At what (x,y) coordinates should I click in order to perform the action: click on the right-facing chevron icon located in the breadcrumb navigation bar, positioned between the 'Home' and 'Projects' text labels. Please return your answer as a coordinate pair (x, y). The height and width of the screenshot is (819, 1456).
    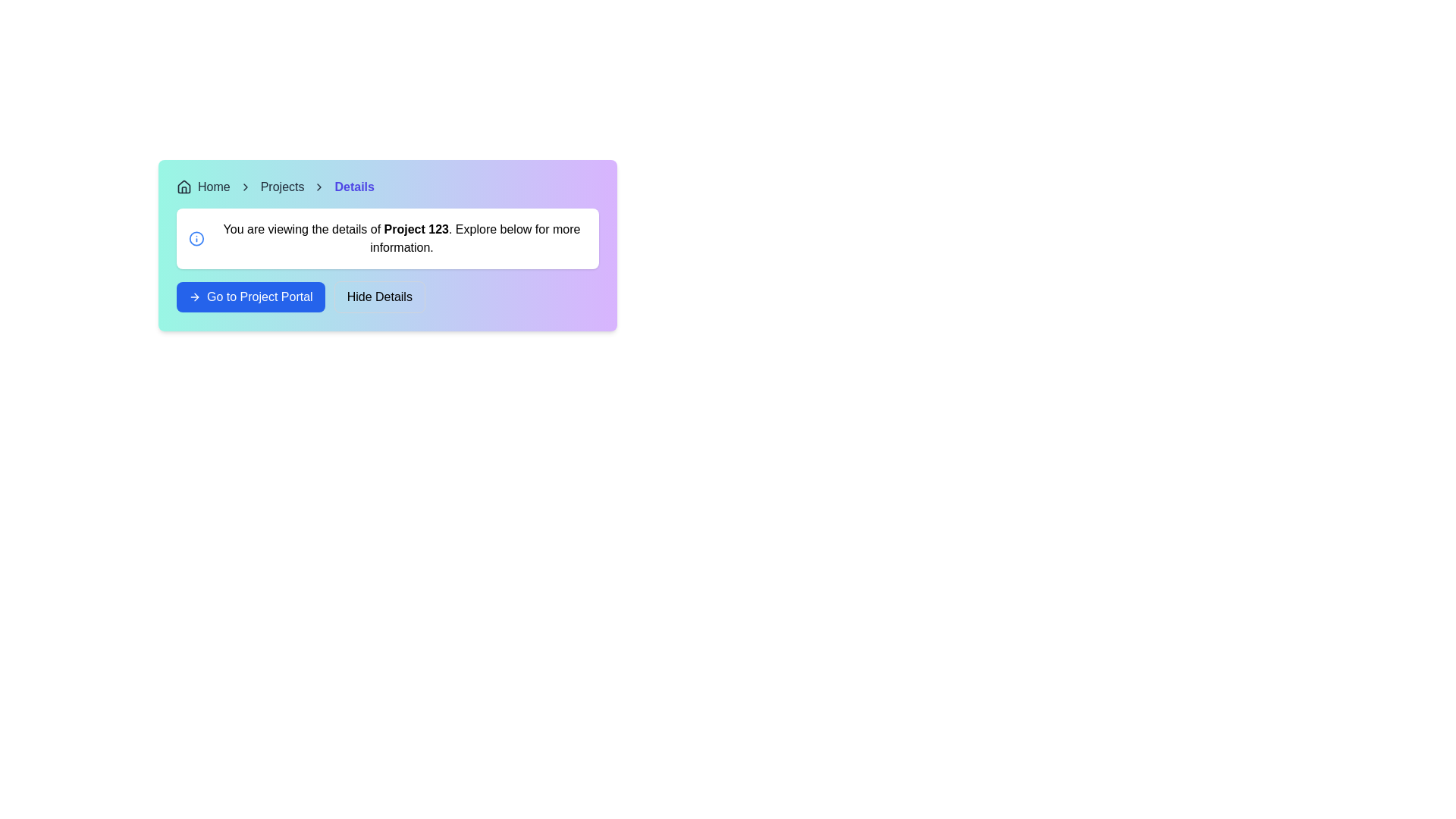
    Looking at the image, I should click on (245, 186).